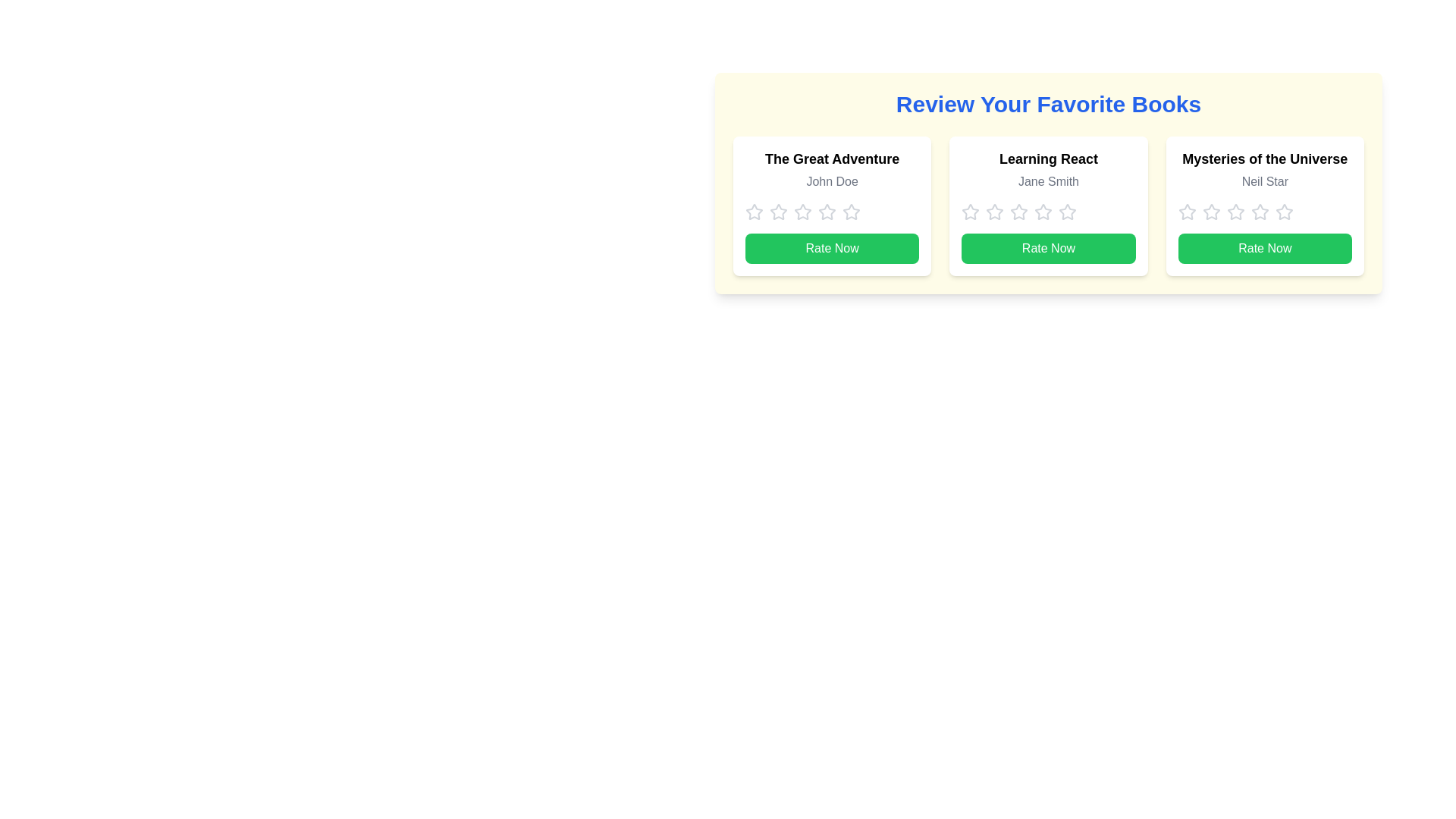 This screenshot has height=819, width=1456. I want to click on the fifth star icon in the rating system for the book 'The Great Adventure', located directly above the 'Rate Now' button, so click(826, 212).